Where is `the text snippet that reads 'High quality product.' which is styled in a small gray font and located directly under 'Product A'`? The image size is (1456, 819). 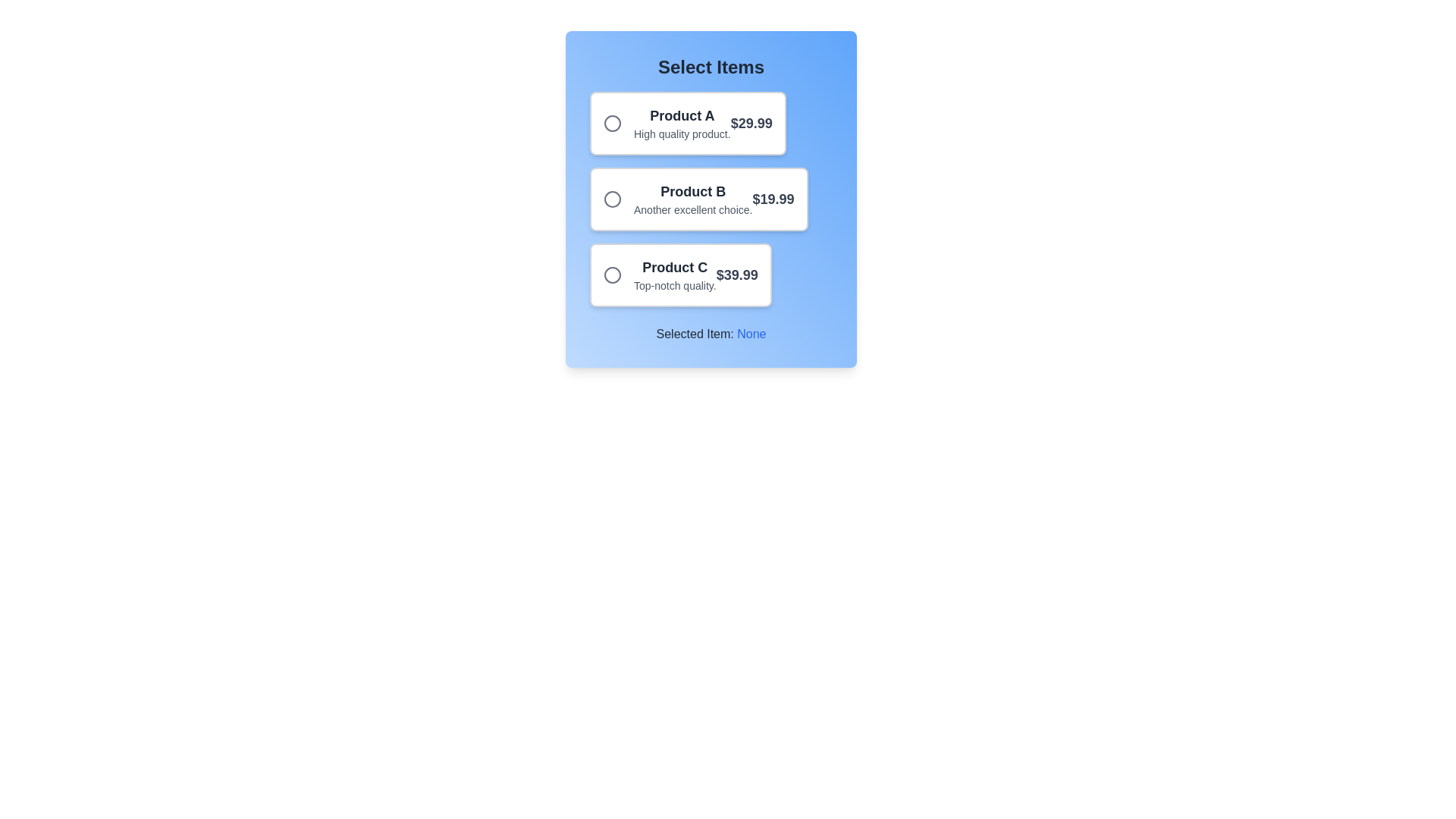
the text snippet that reads 'High quality product.' which is styled in a small gray font and located directly under 'Product A' is located at coordinates (681, 133).